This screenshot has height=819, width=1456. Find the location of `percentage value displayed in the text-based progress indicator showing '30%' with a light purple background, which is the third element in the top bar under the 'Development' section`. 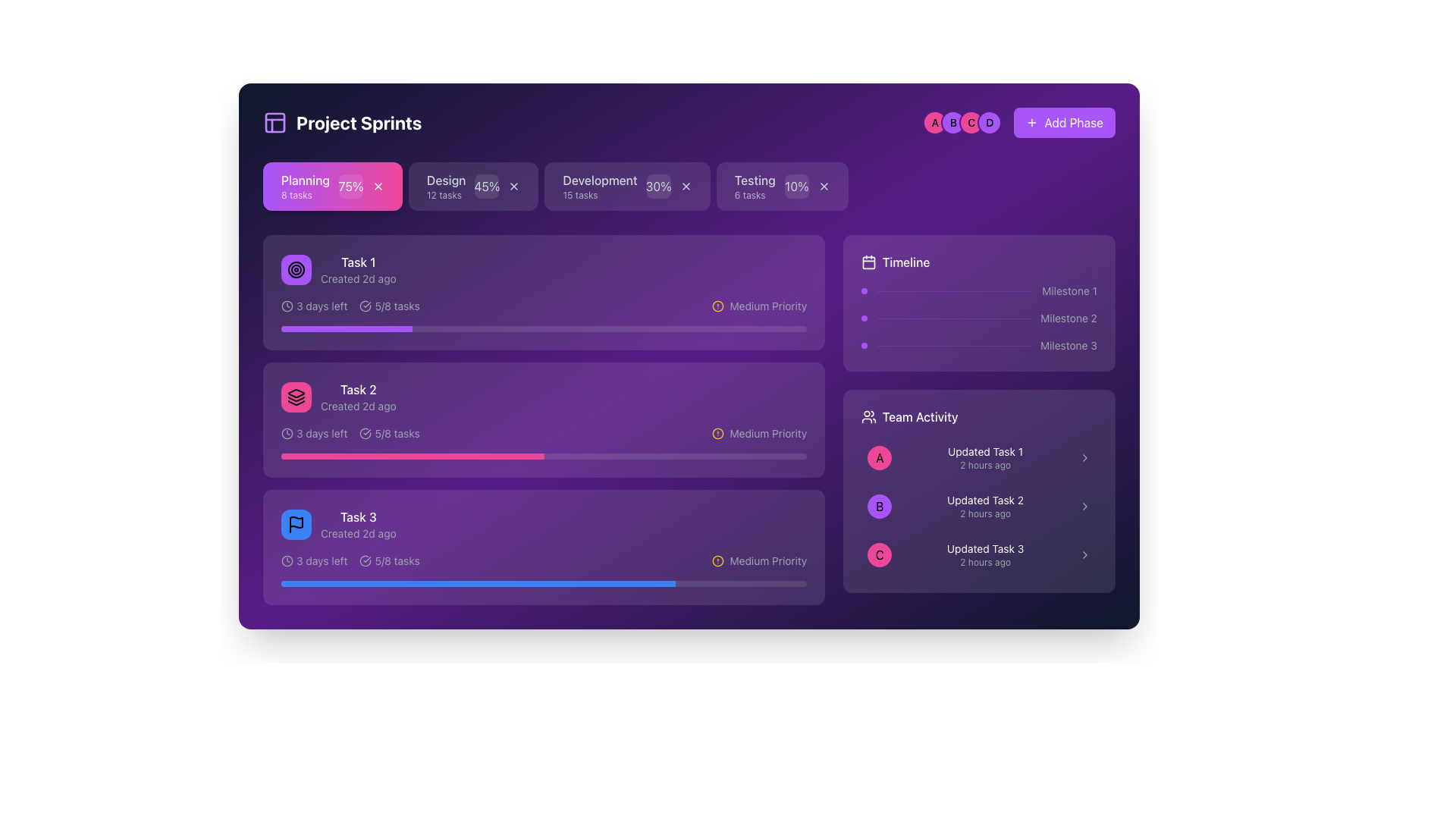

percentage value displayed in the text-based progress indicator showing '30%' with a light purple background, which is the third element in the top bar under the 'Development' section is located at coordinates (658, 186).